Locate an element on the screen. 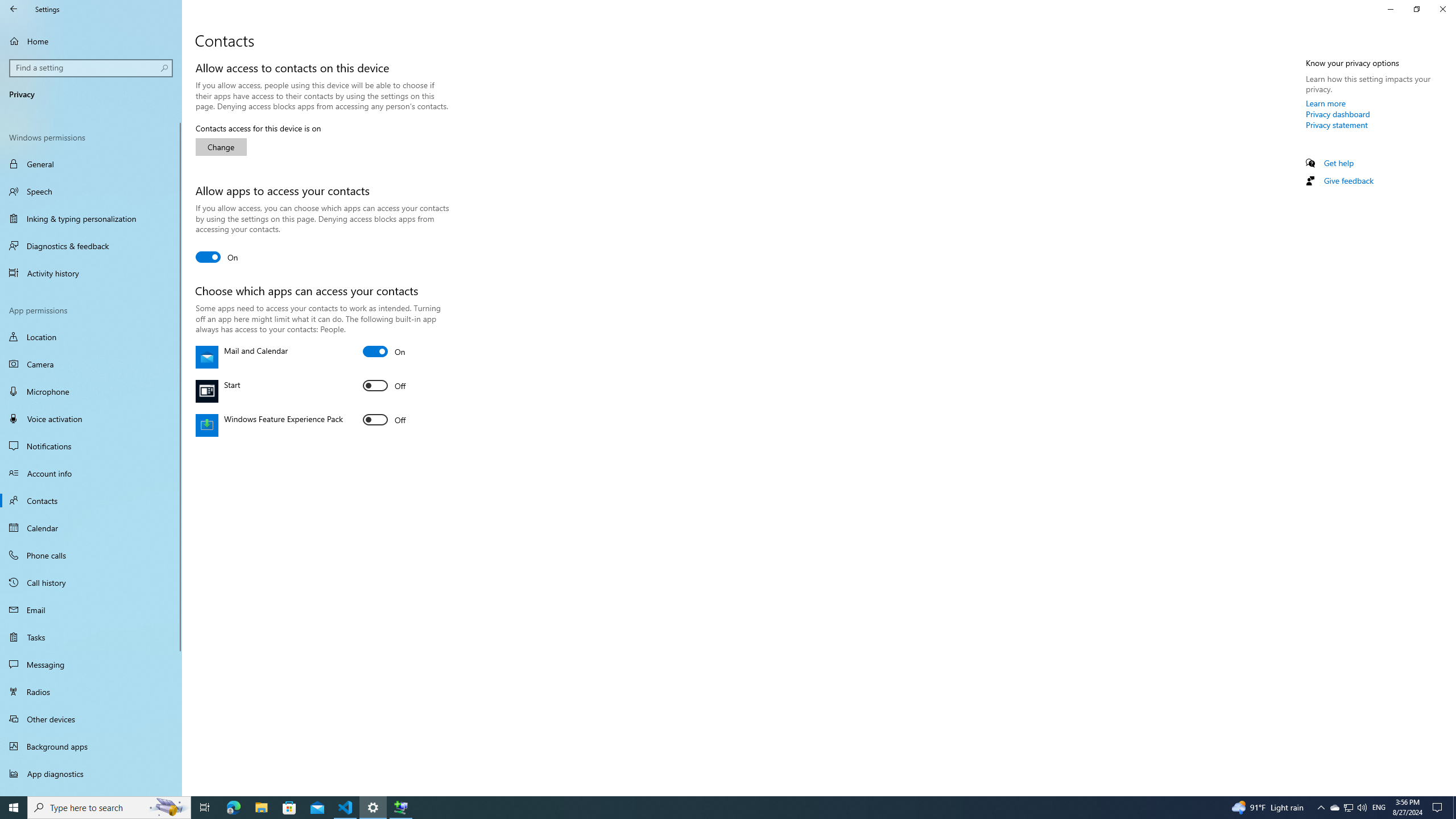 This screenshot has height=819, width=1456. 'Tray Input Indicator - English (United States)' is located at coordinates (1379, 806).